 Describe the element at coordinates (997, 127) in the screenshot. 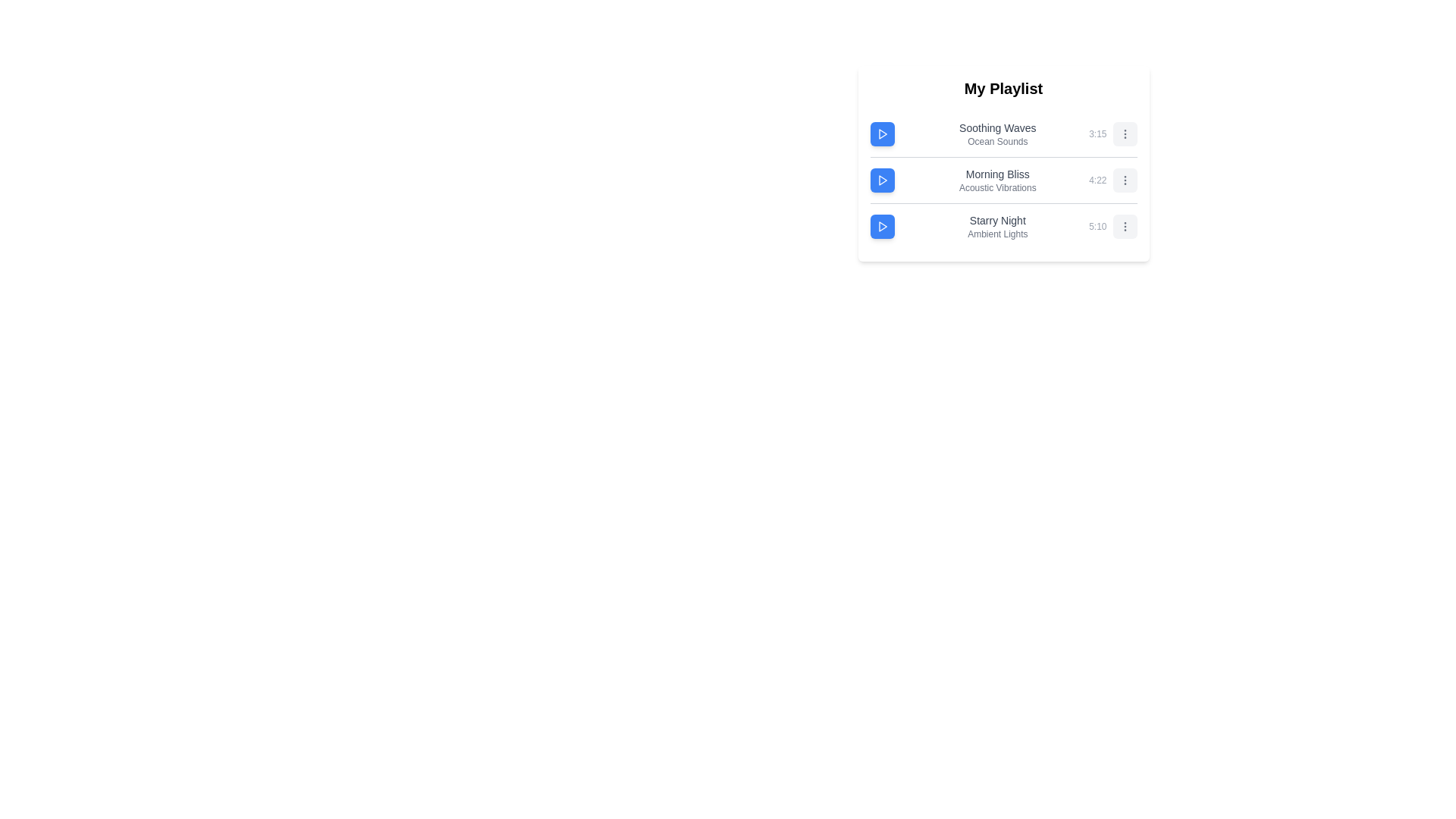

I see `the title text label of the topmost item in the 'My Playlist' section that provides the name of the audio track, located near the left edge and above the subtitle 'Ocean Sounds'` at that location.